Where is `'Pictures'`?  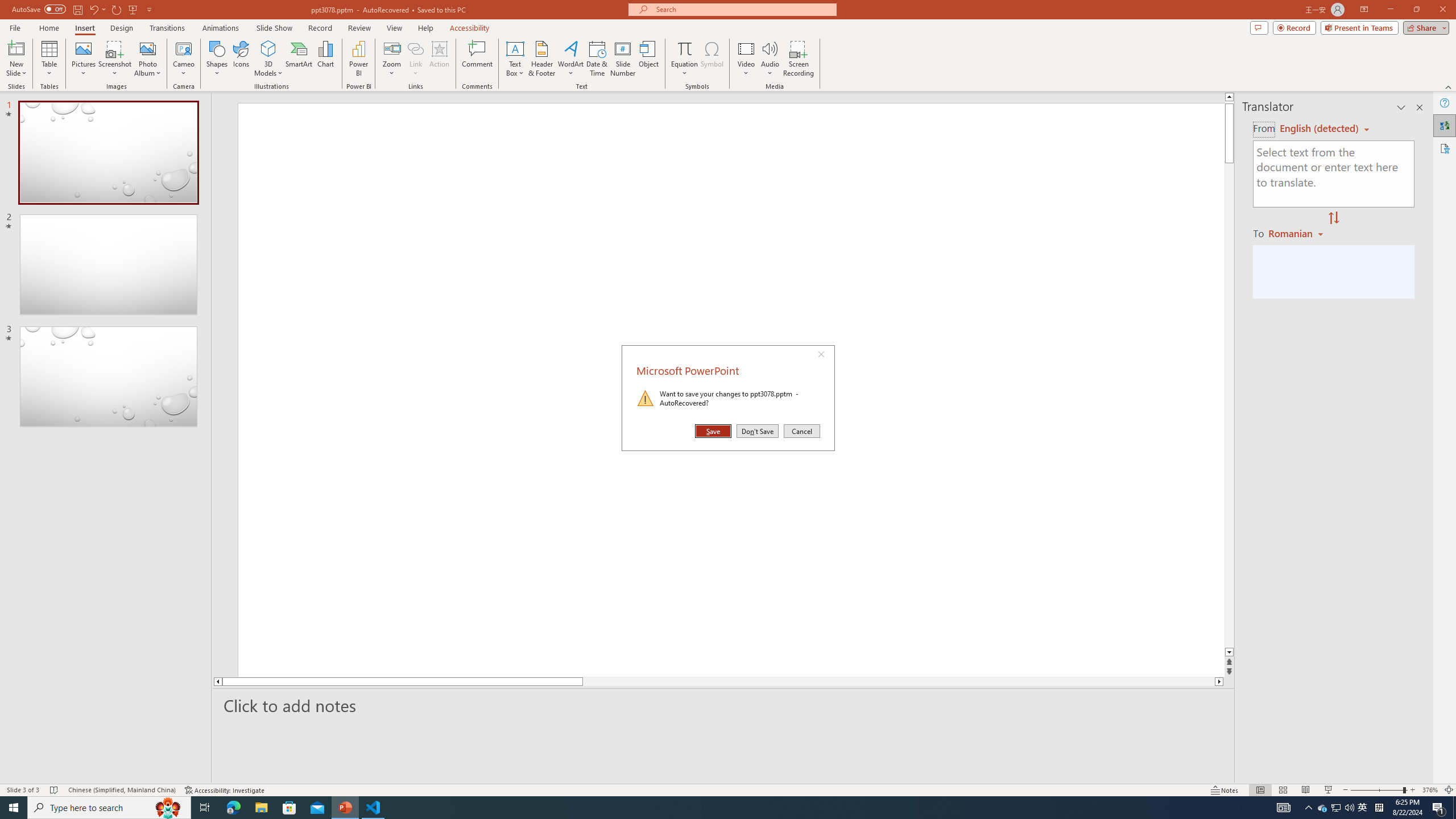 'Pictures' is located at coordinates (83, 59).